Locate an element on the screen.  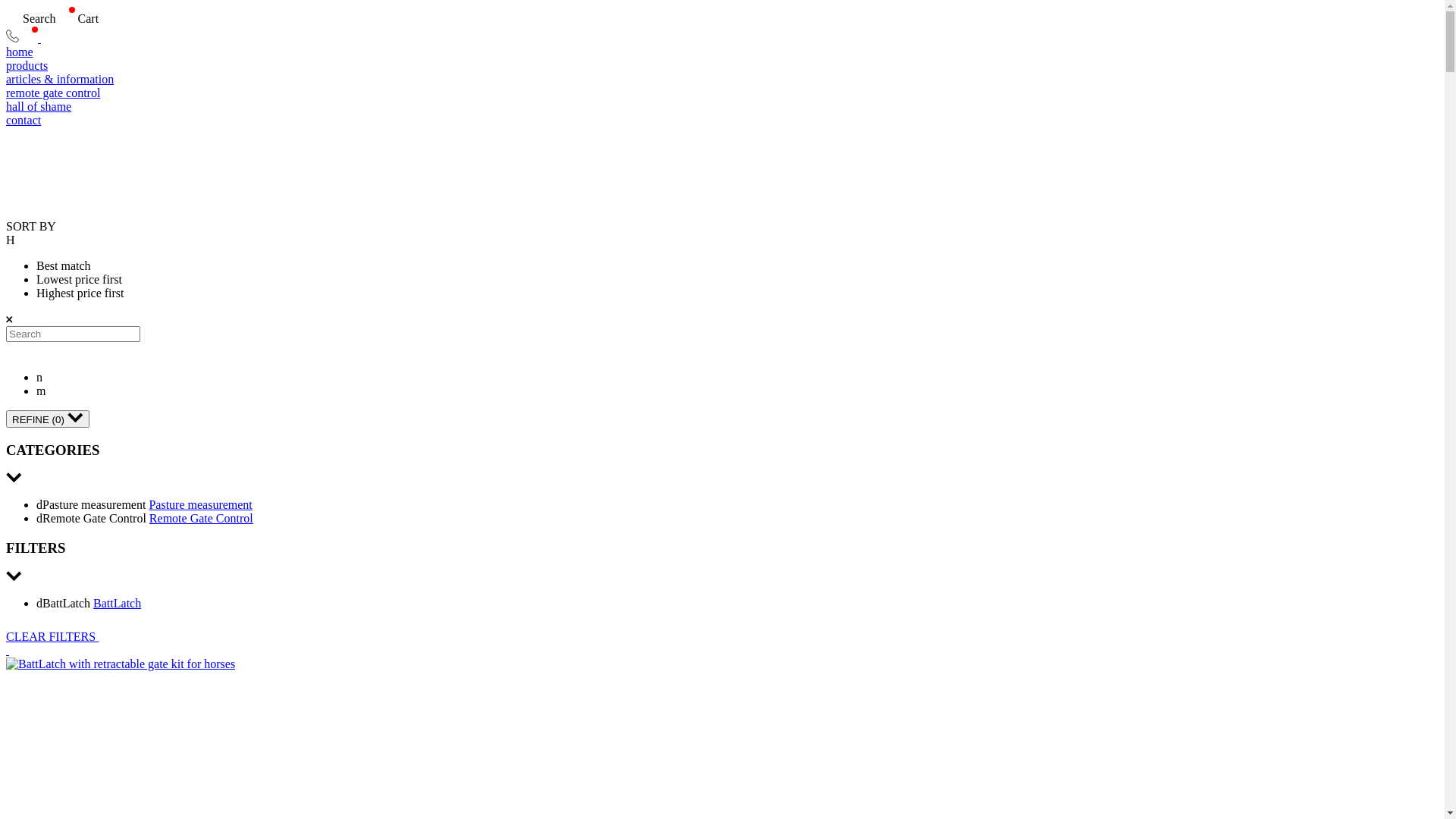
'Remote Gate Control' is located at coordinates (149, 517).